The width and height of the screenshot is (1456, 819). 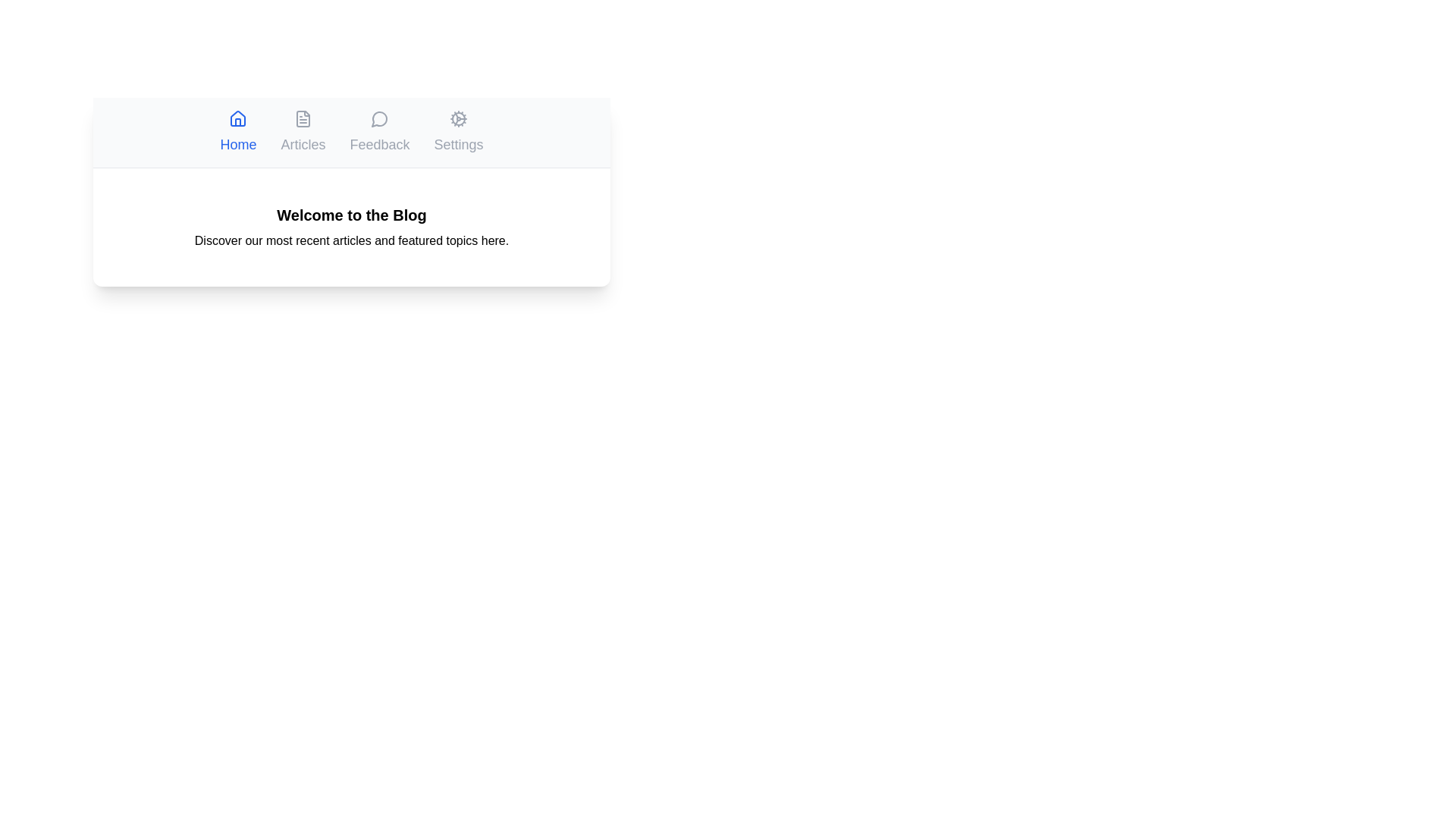 What do you see at coordinates (379, 131) in the screenshot?
I see `the Feedback tab to switch to its content section` at bounding box center [379, 131].